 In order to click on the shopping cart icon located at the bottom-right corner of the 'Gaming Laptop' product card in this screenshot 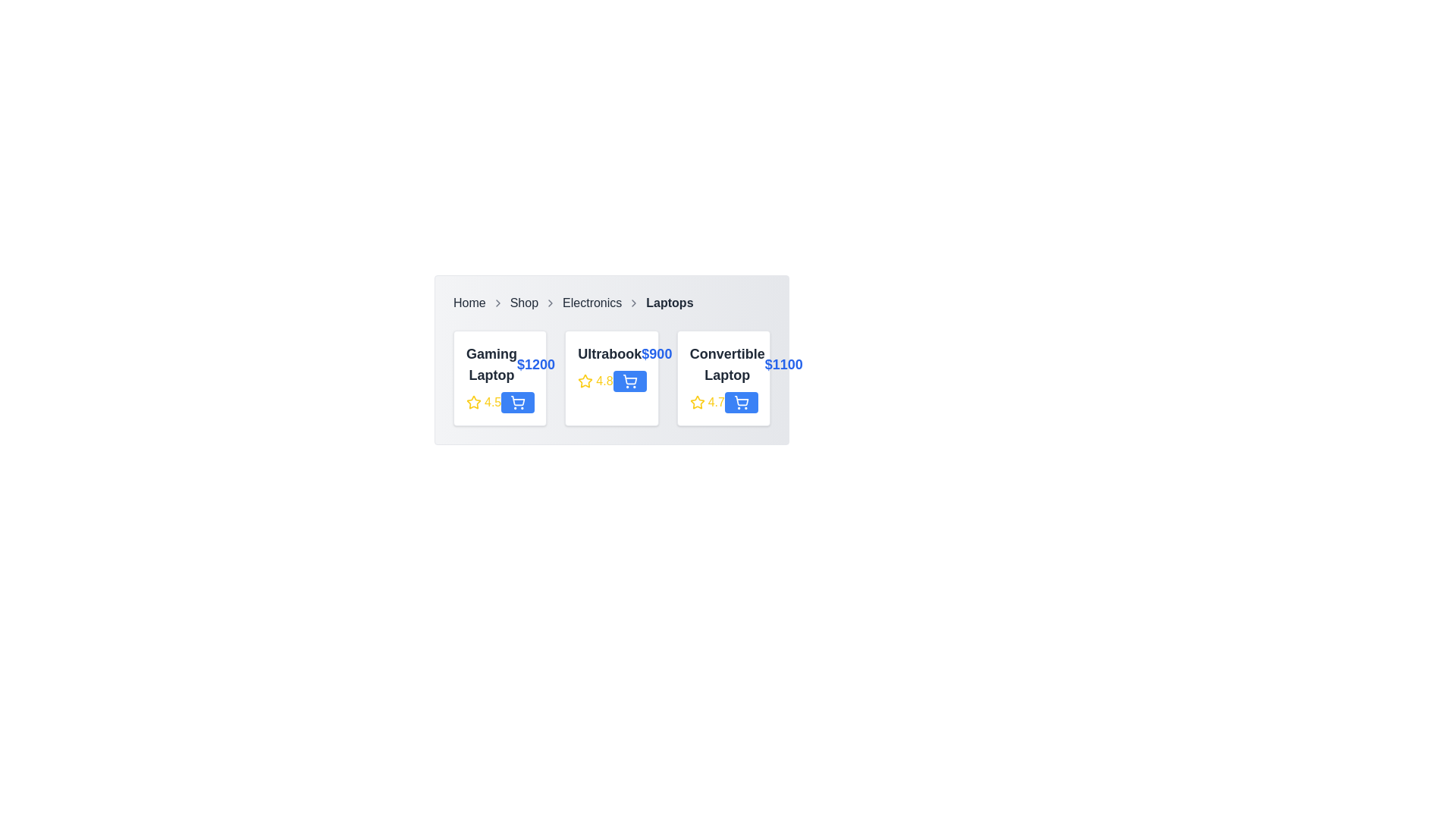, I will do `click(518, 400)`.